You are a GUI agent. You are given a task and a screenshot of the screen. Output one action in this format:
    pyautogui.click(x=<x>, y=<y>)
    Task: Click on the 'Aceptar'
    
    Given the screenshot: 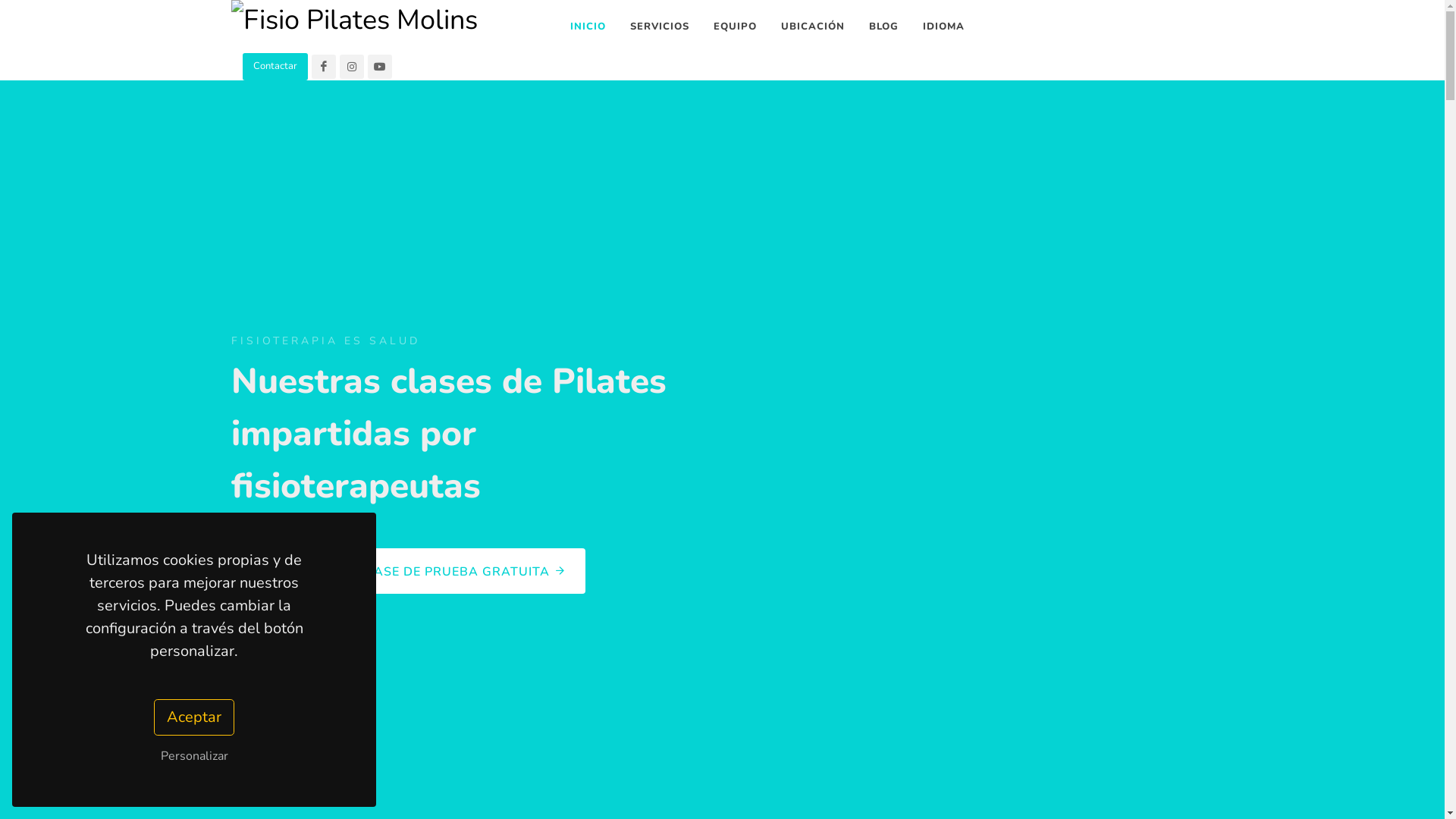 What is the action you would take?
    pyautogui.click(x=193, y=717)
    